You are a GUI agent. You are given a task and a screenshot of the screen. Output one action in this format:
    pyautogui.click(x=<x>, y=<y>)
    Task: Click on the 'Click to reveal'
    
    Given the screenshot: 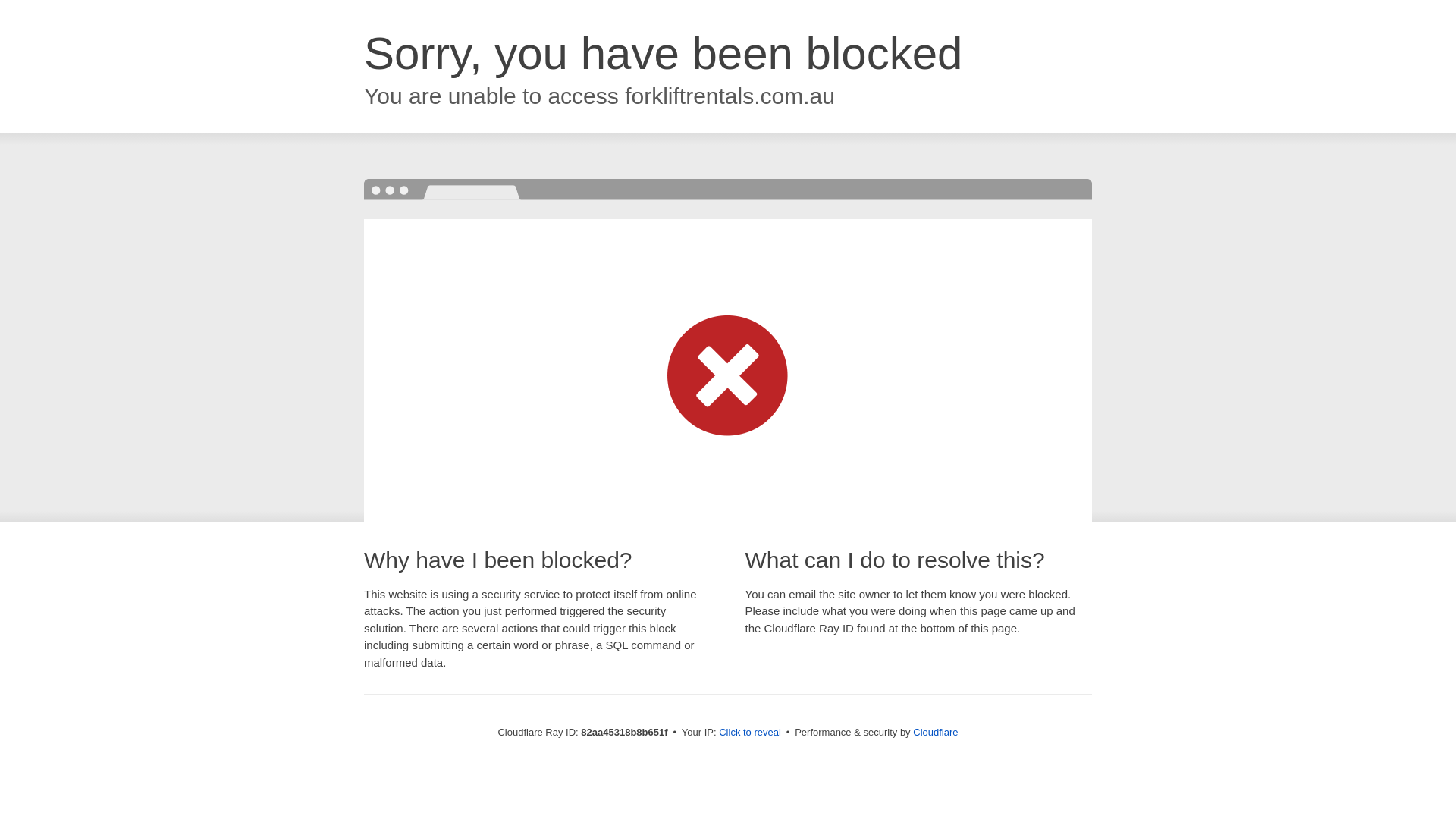 What is the action you would take?
    pyautogui.click(x=749, y=731)
    